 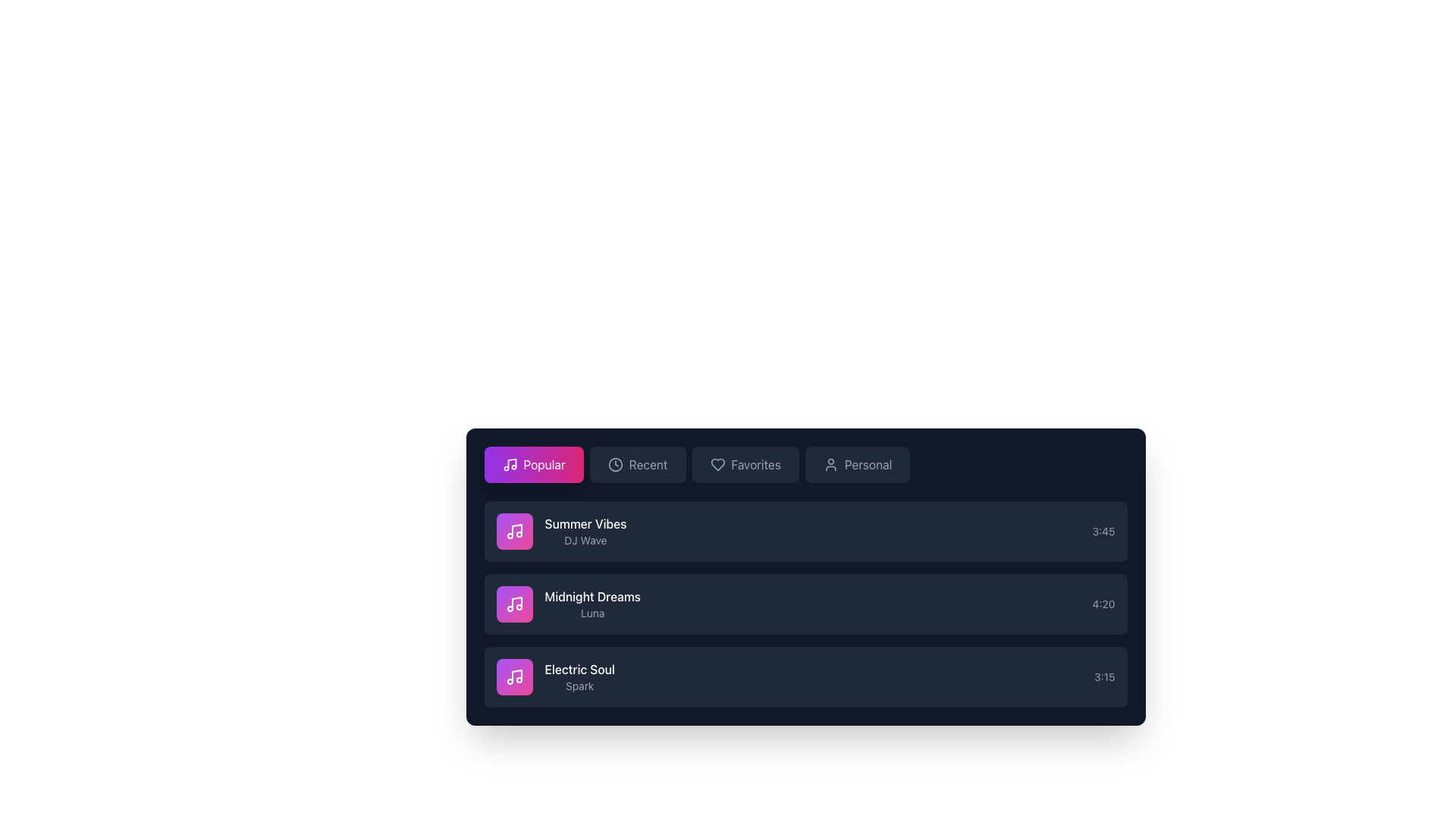 I want to click on the vibrant gradient-filled square with rounded corners featuring a white music note icon, so click(x=514, y=676).